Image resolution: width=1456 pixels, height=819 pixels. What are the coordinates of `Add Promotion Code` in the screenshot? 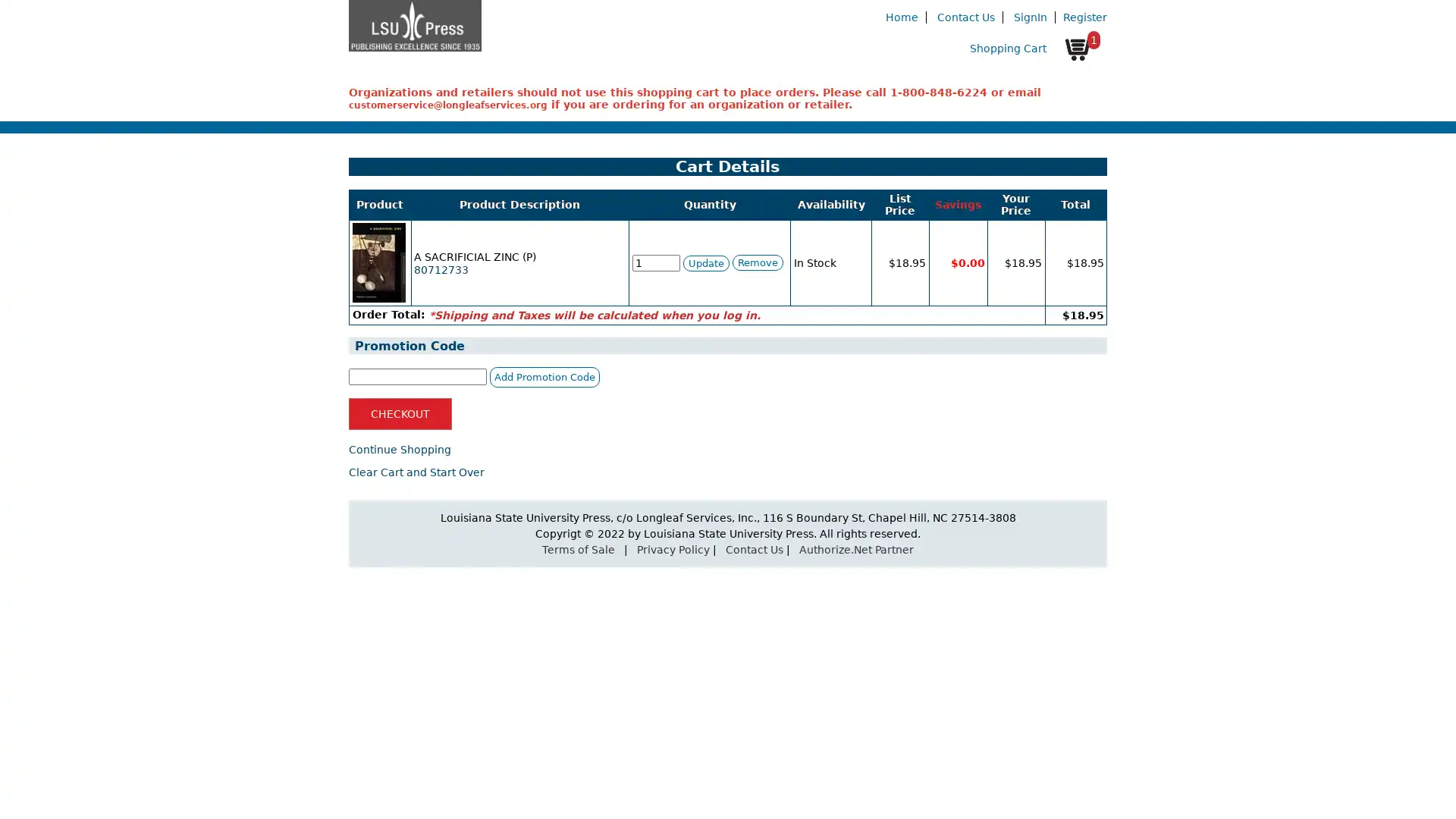 It's located at (544, 375).